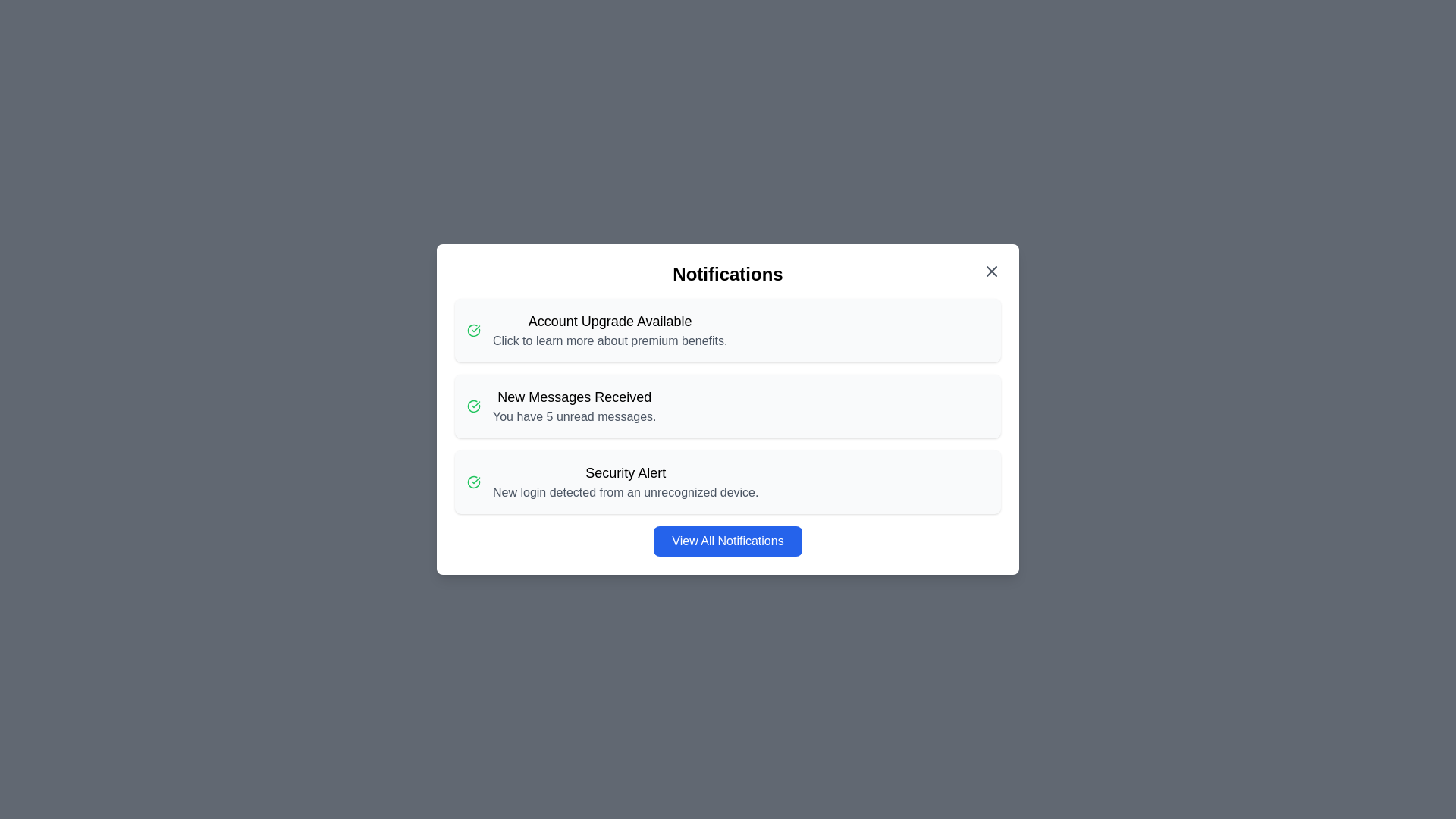 The image size is (1456, 819). I want to click on the 'Notifications' text label, which is bold and centrally aligned at the top of the modal, so click(728, 275).